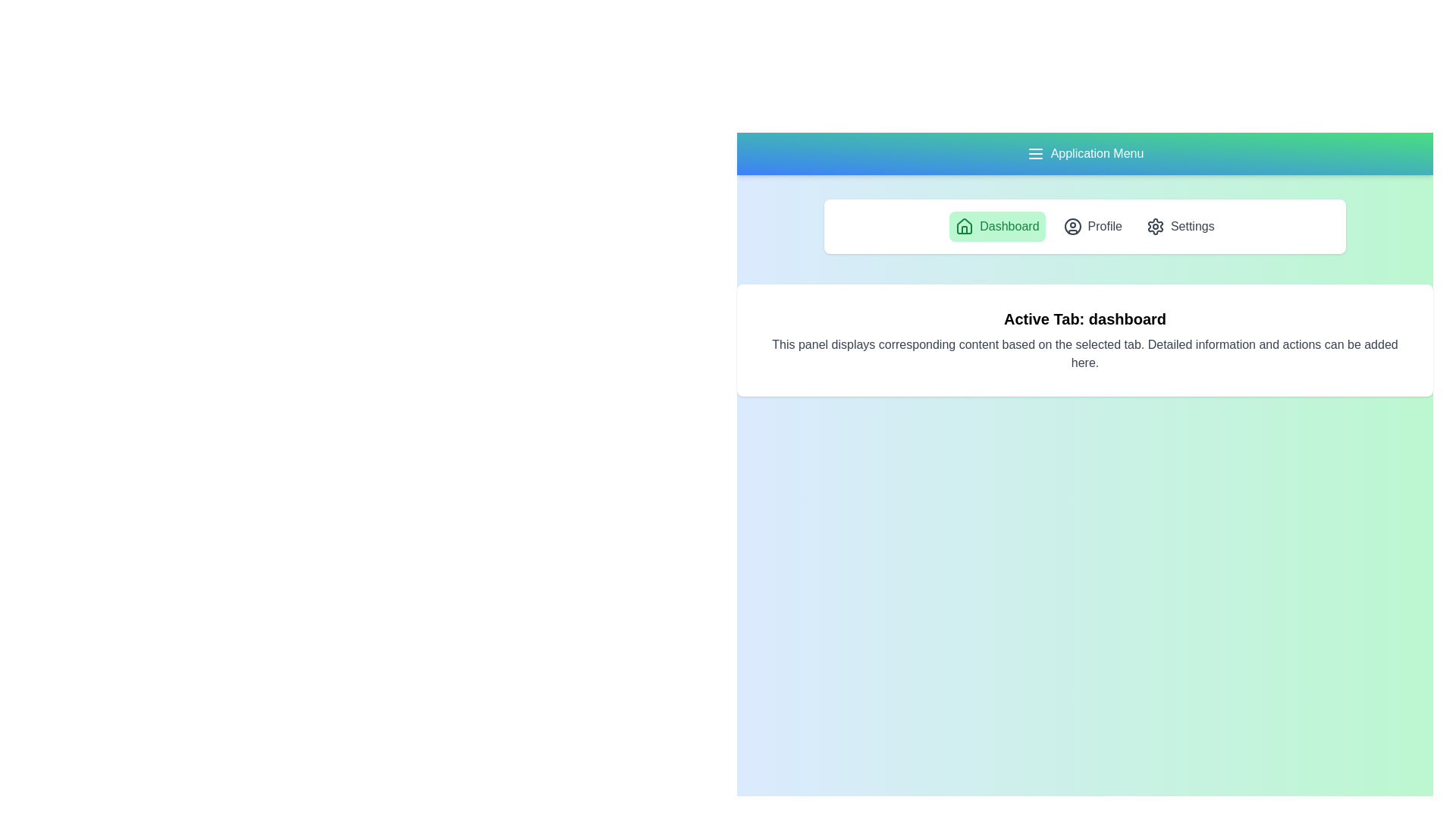 The width and height of the screenshot is (1456, 819). Describe the element at coordinates (997, 227) in the screenshot. I see `the tab button corresponding to Dashboard to switch to that tab` at that location.